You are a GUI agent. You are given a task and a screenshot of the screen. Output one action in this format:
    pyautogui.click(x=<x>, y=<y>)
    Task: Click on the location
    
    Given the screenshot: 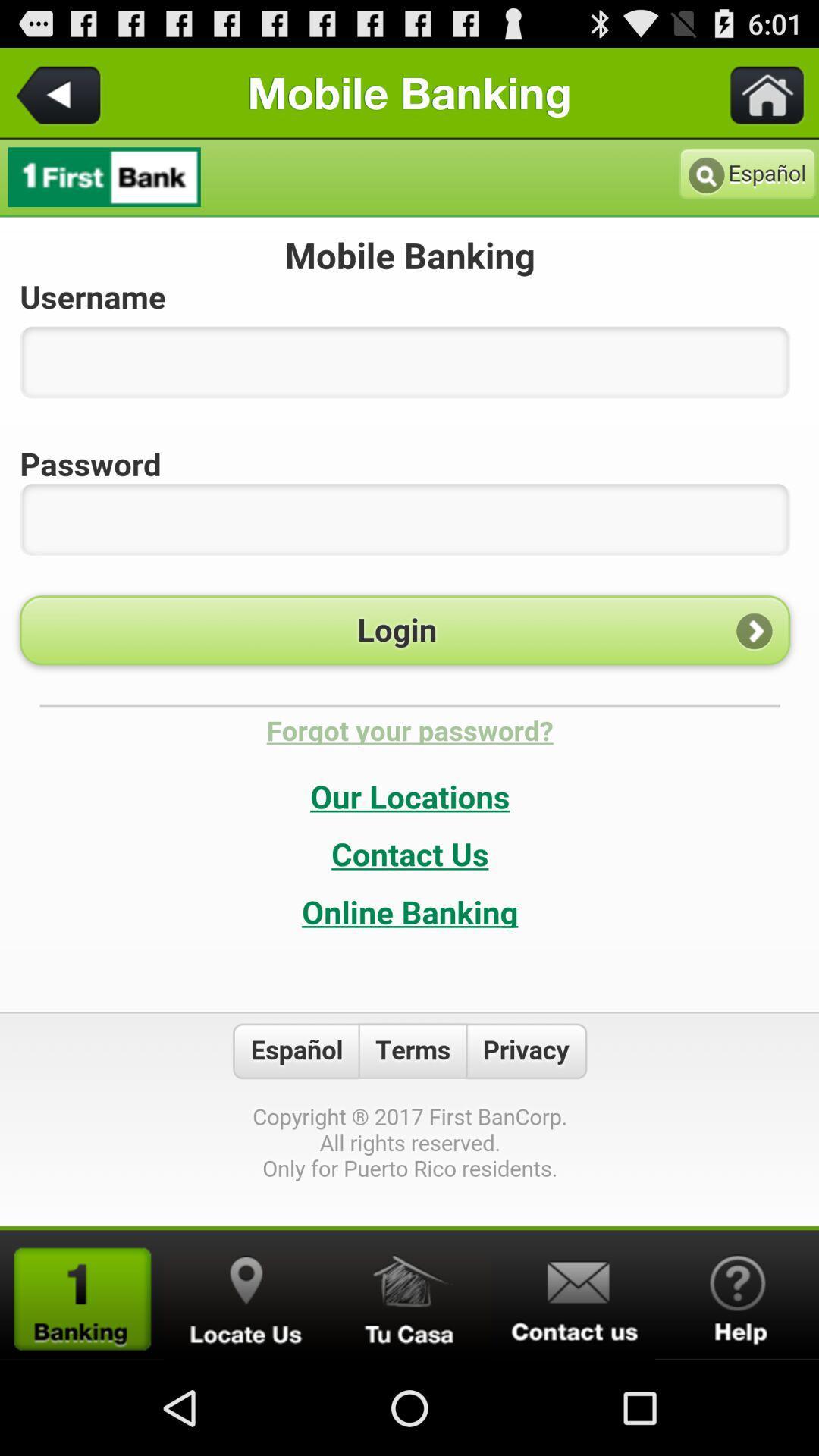 What is the action you would take?
    pyautogui.click(x=245, y=1294)
    